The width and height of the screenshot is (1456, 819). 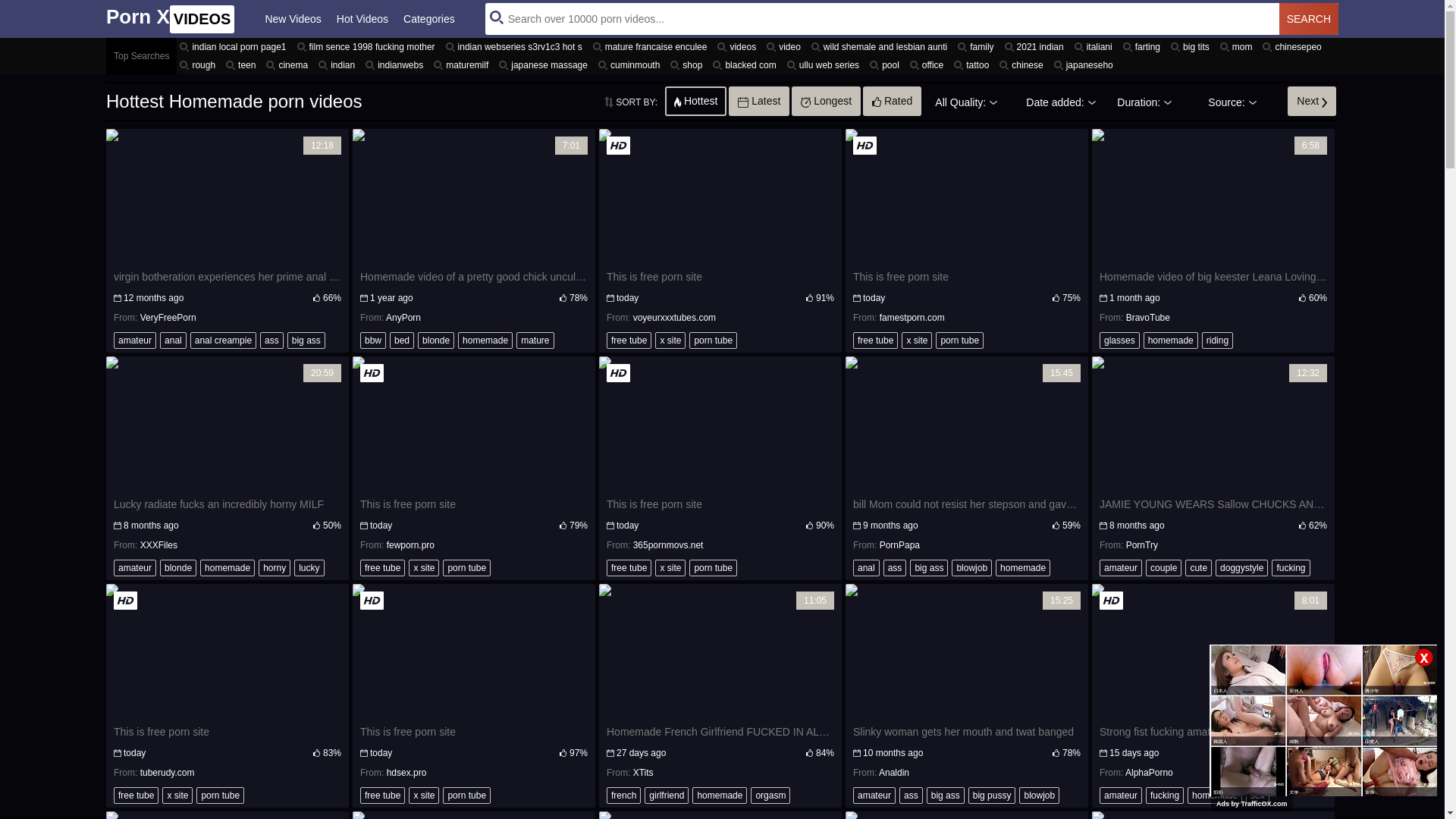 What do you see at coordinates (1036, 45) in the screenshot?
I see `'2021 indian'` at bounding box center [1036, 45].